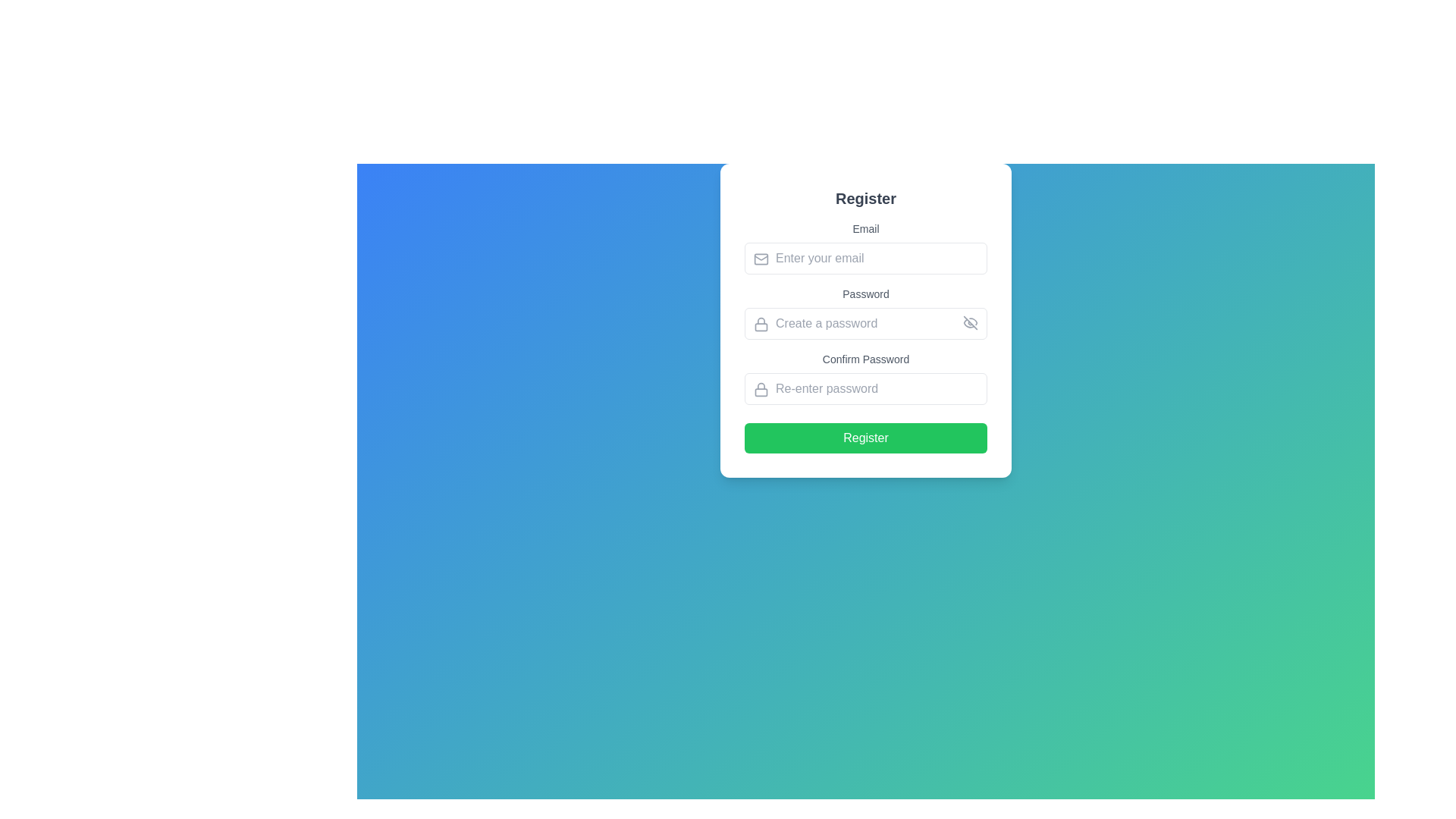  I want to click on the decorative graphic element of the 'eye-off' icon indicating that the password is currently concealed, located to the right of the 'Create a password' field in the 'Register' form, so click(971, 322).